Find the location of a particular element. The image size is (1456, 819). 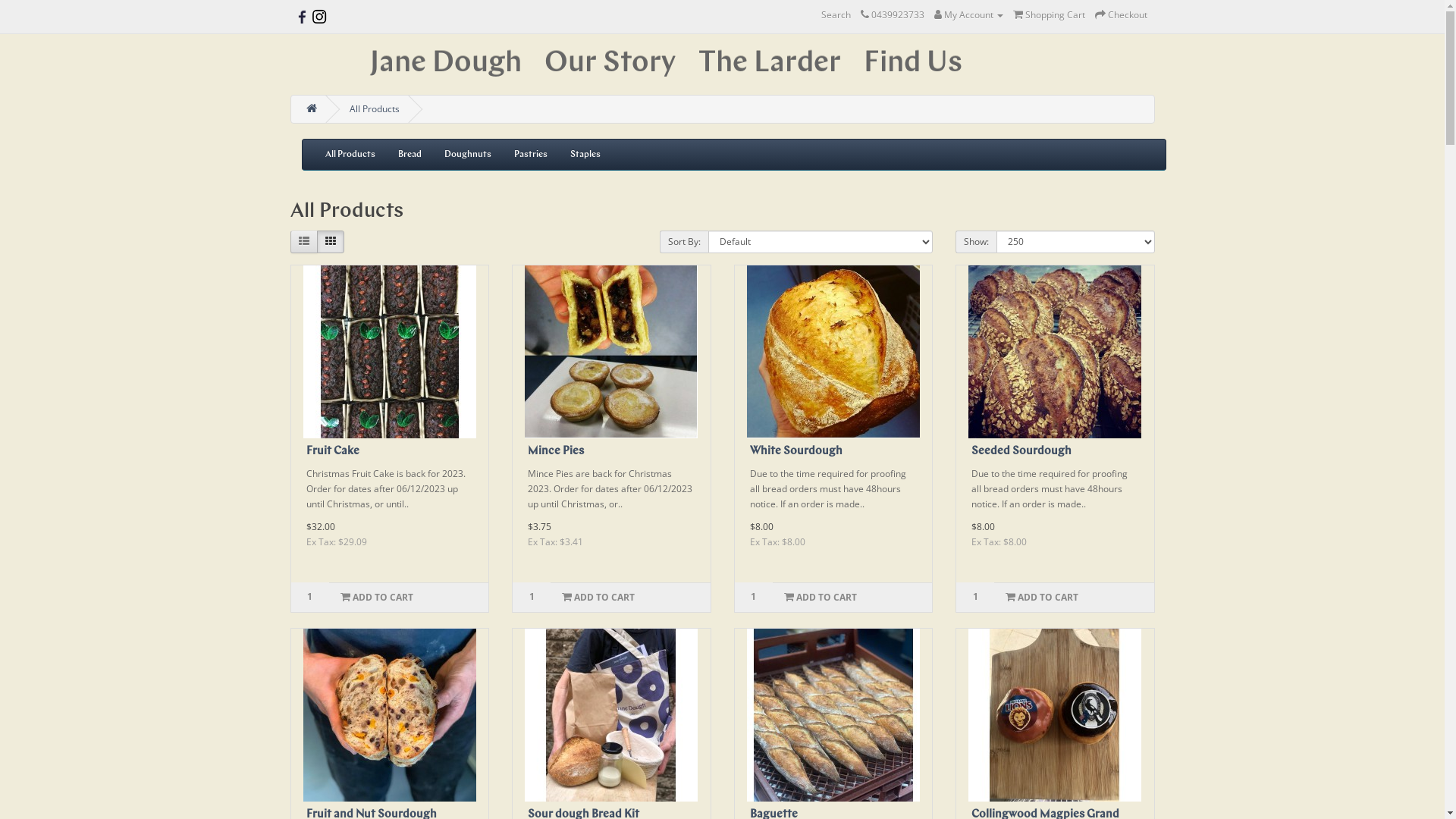

'Pastries' is located at coordinates (530, 155).